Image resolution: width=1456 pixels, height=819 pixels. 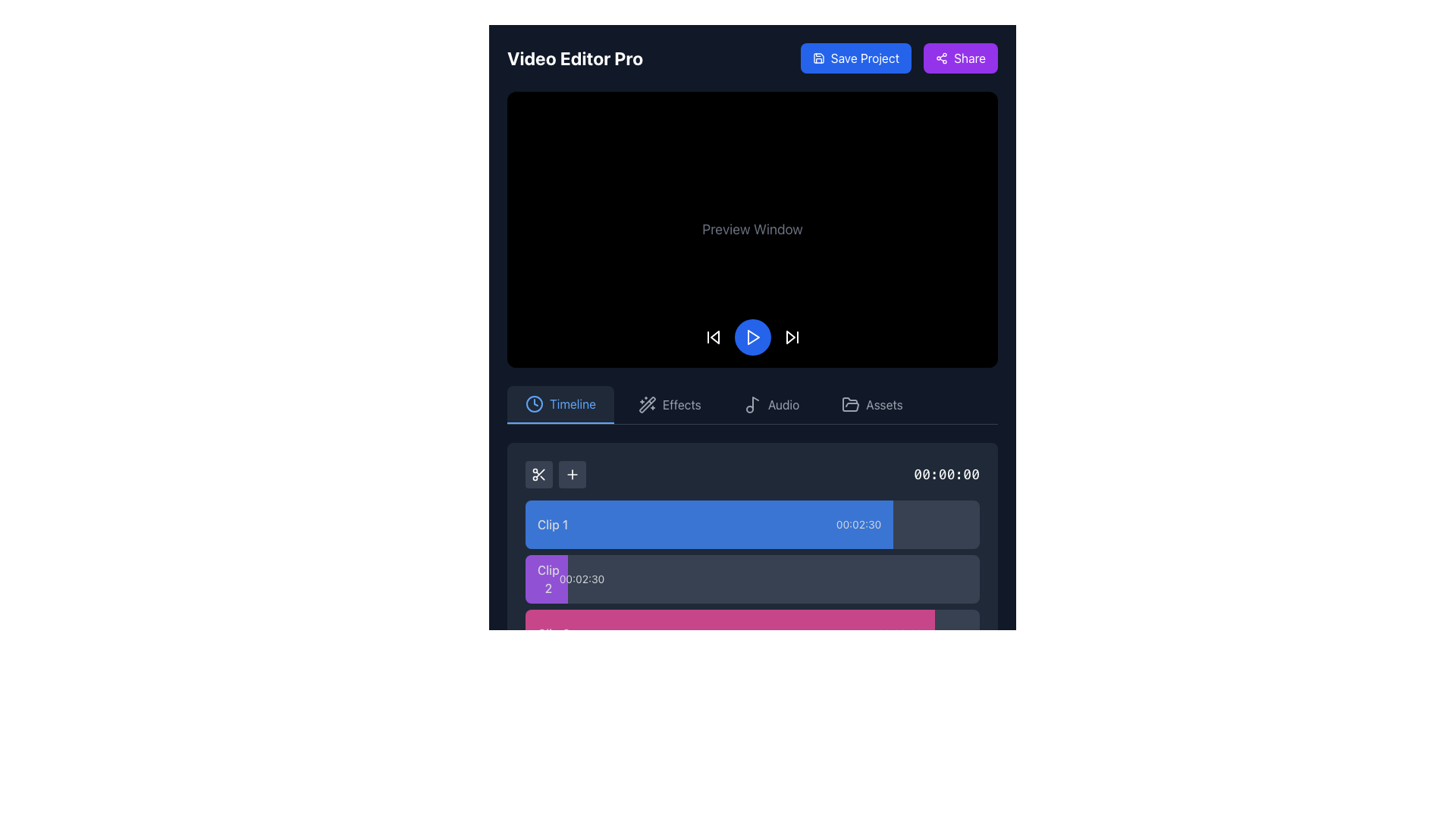 I want to click on the music note icon representing the 'Audio' section, so click(x=752, y=403).